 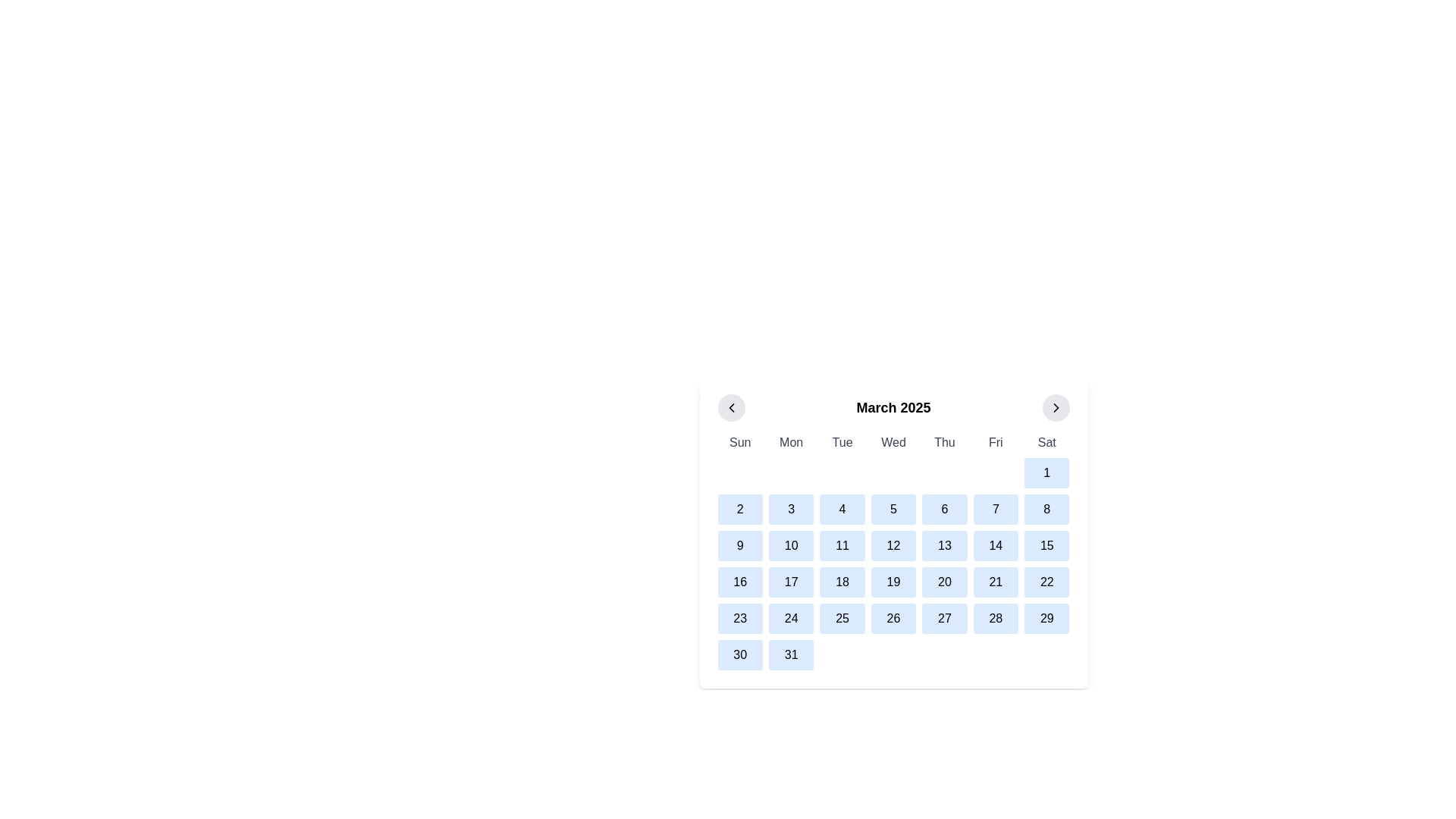 What do you see at coordinates (996, 619) in the screenshot?
I see `keyboard navigation` at bounding box center [996, 619].